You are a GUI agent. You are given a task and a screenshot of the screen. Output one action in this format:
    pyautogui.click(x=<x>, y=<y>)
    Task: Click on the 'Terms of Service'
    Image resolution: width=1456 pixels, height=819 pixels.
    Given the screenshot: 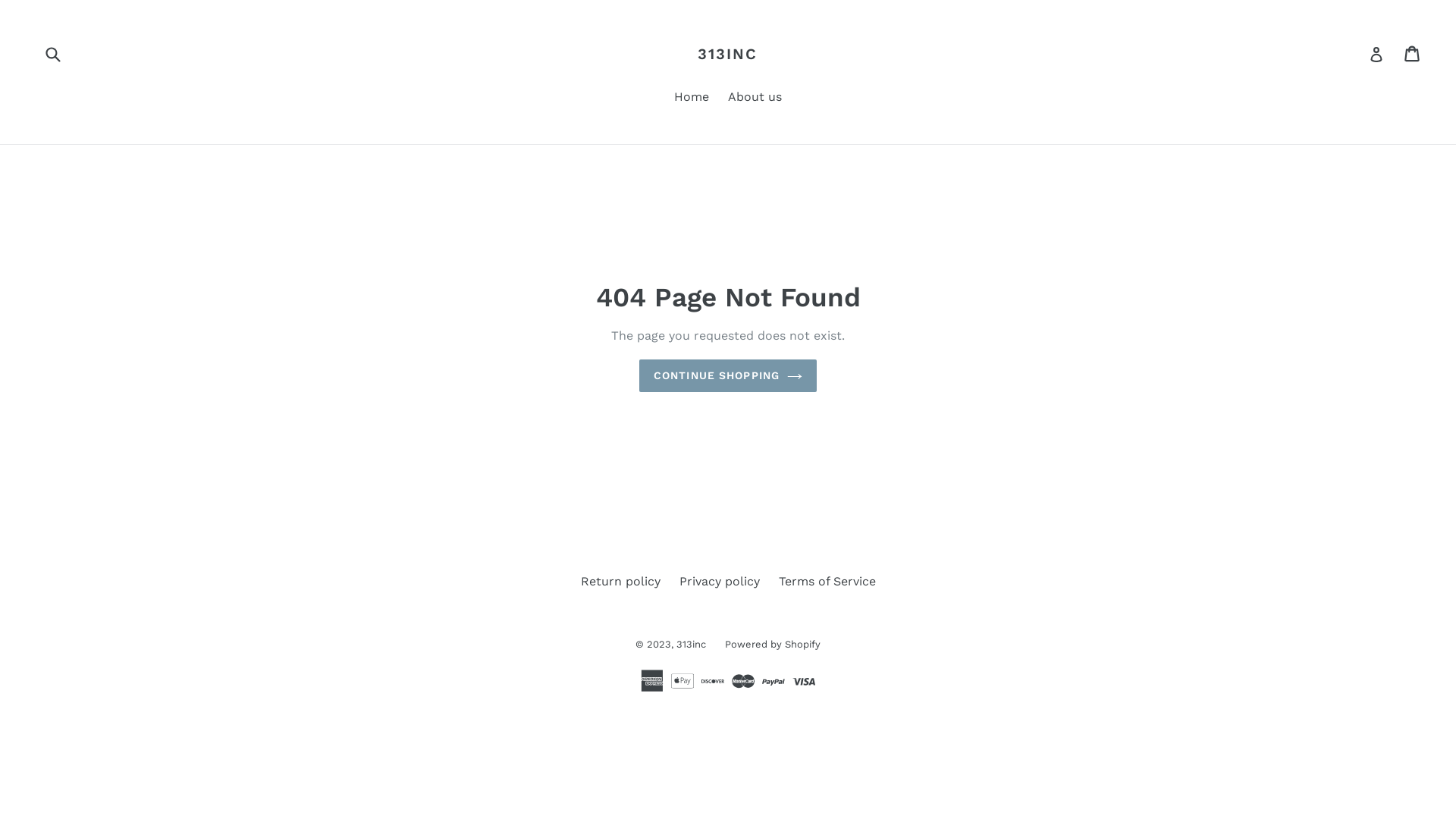 What is the action you would take?
    pyautogui.click(x=825, y=580)
    